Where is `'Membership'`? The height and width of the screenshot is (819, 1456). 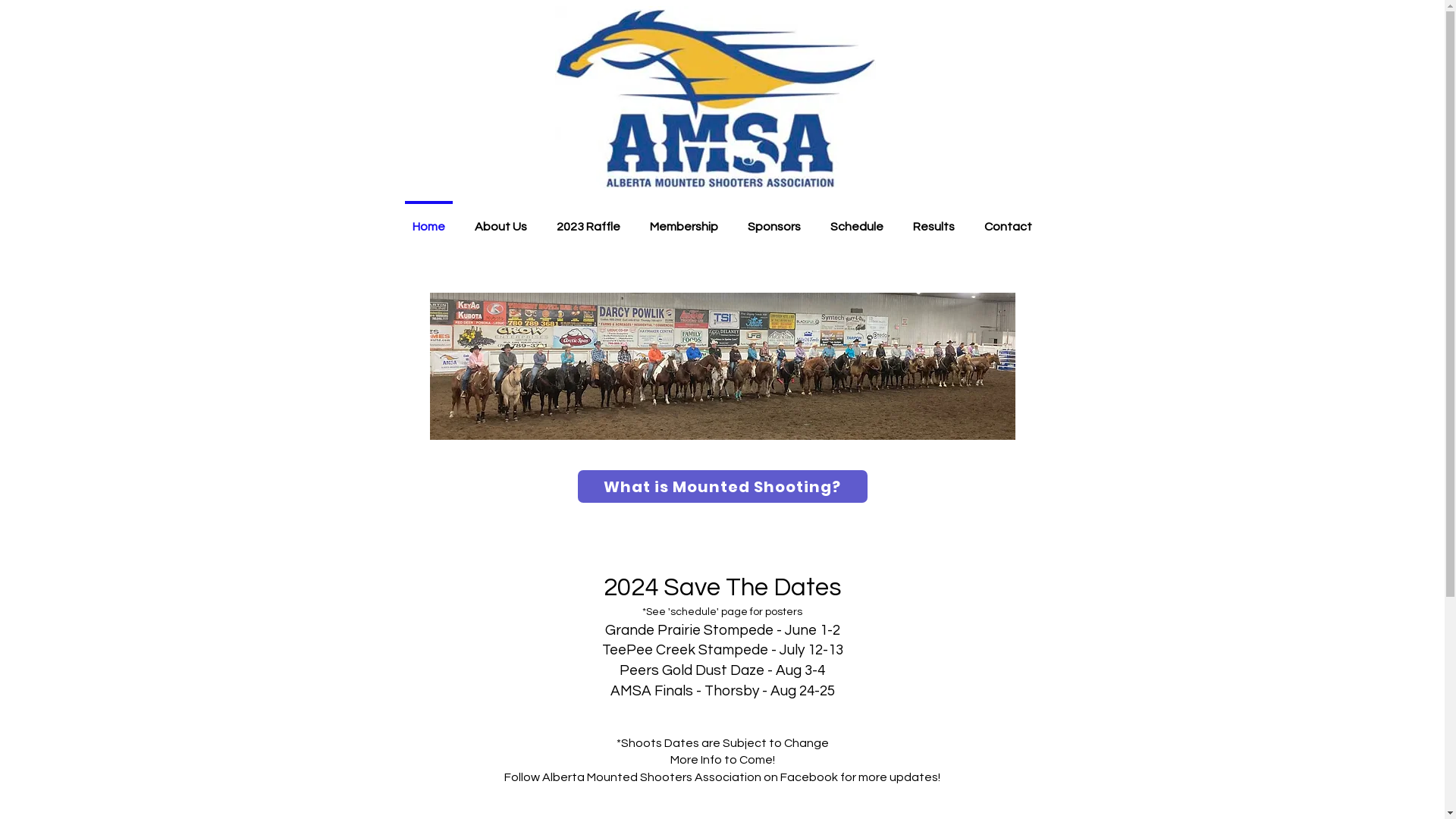 'Membership' is located at coordinates (683, 219).